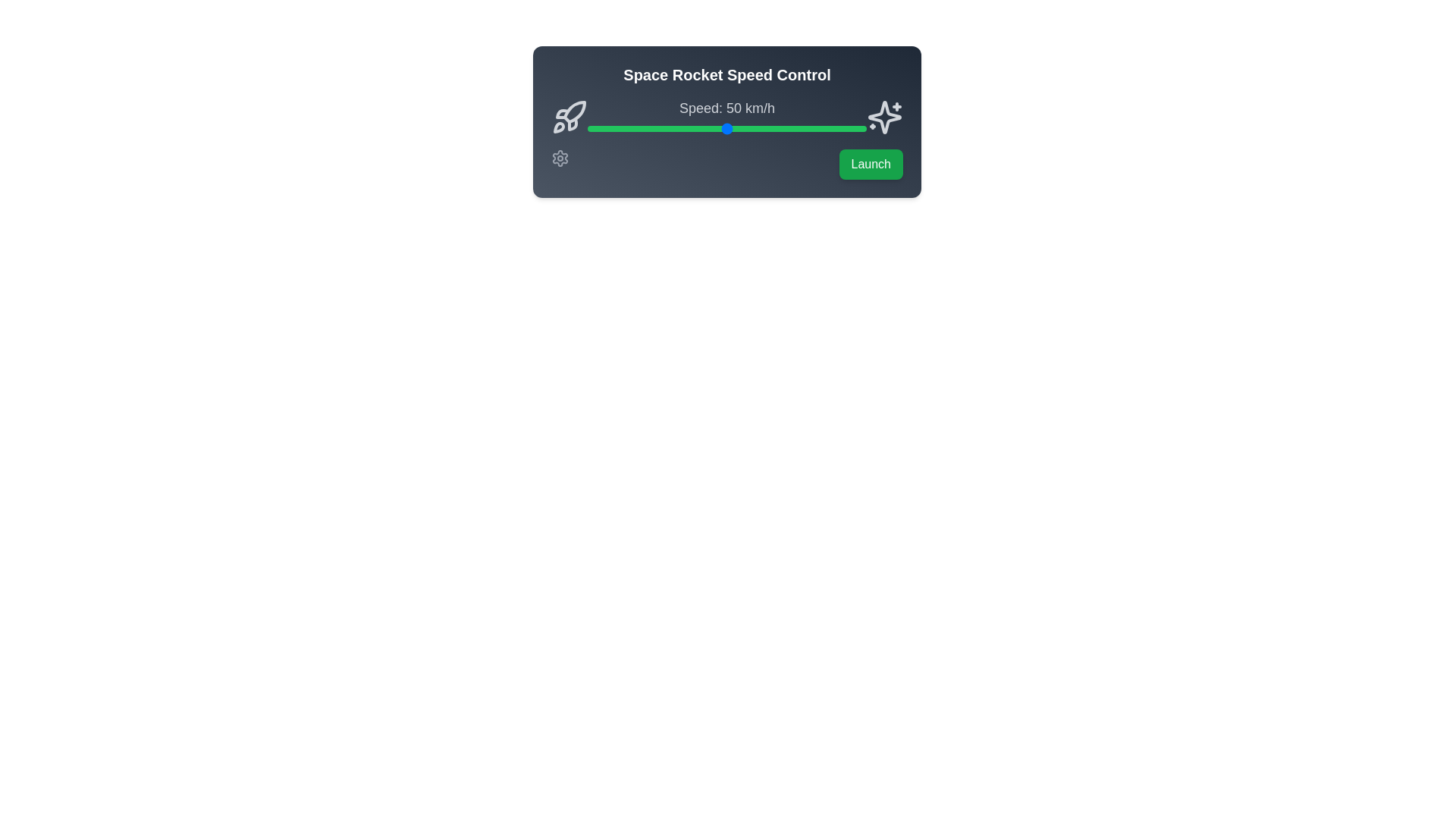 The height and width of the screenshot is (819, 1456). What do you see at coordinates (613, 127) in the screenshot?
I see `the speed slider to set the speed to 9 km/h` at bounding box center [613, 127].